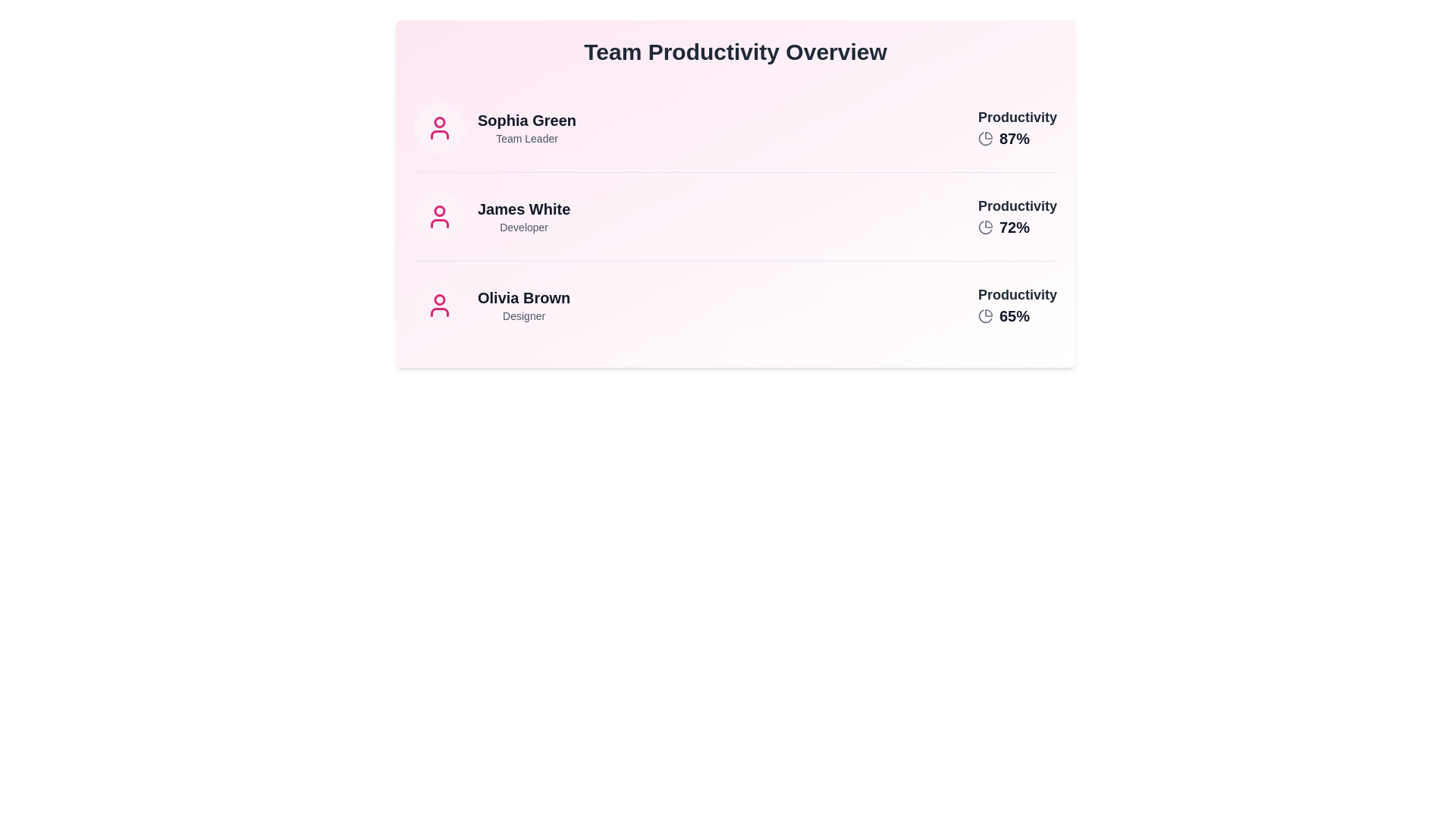 The image size is (1456, 819). I want to click on the information displayed on the Text label with accompanying icon indicating the productivity level of 'James White - Developer.', so click(1017, 216).